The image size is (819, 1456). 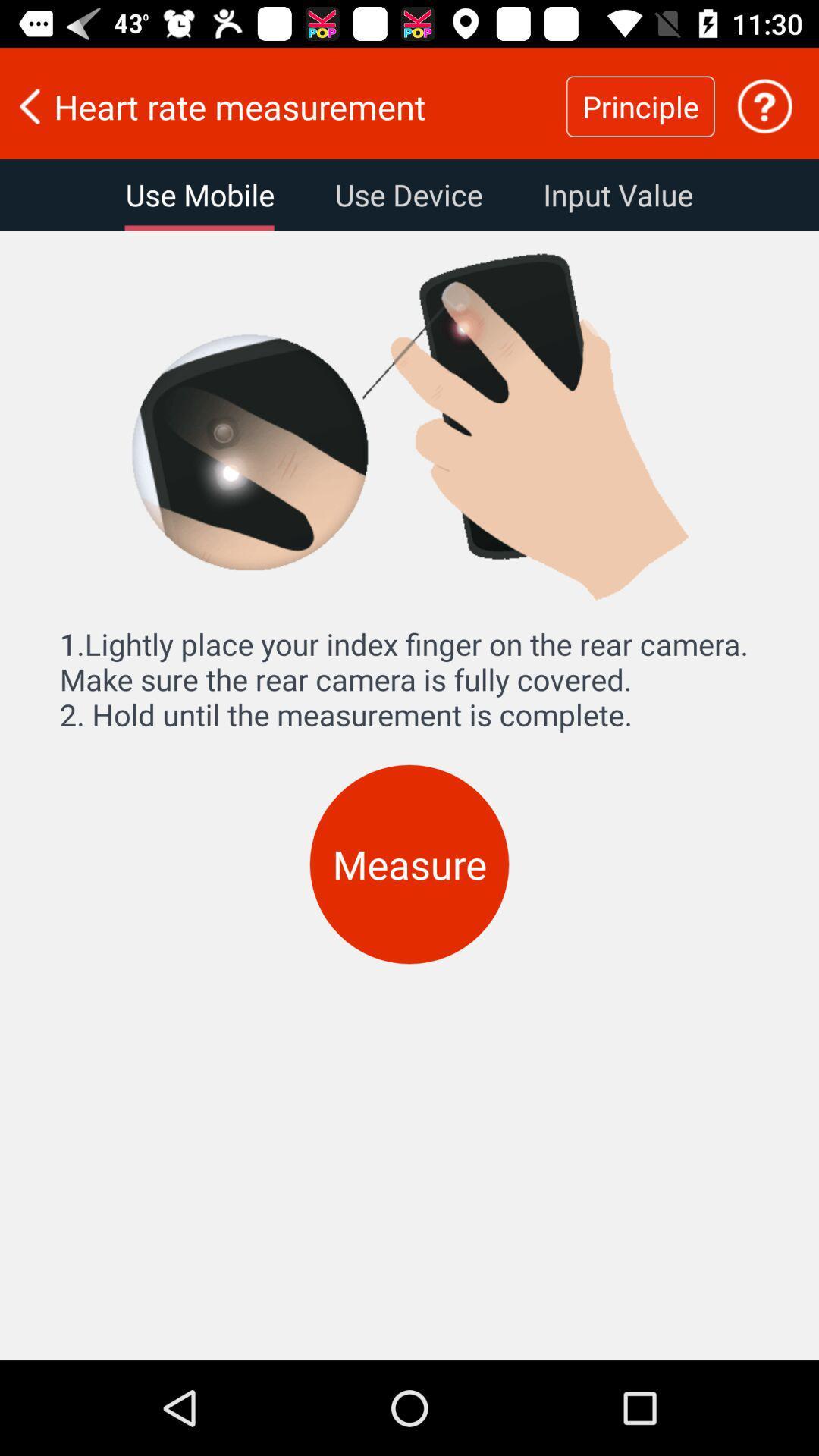 I want to click on icon at the top left corner, so click(x=199, y=194).